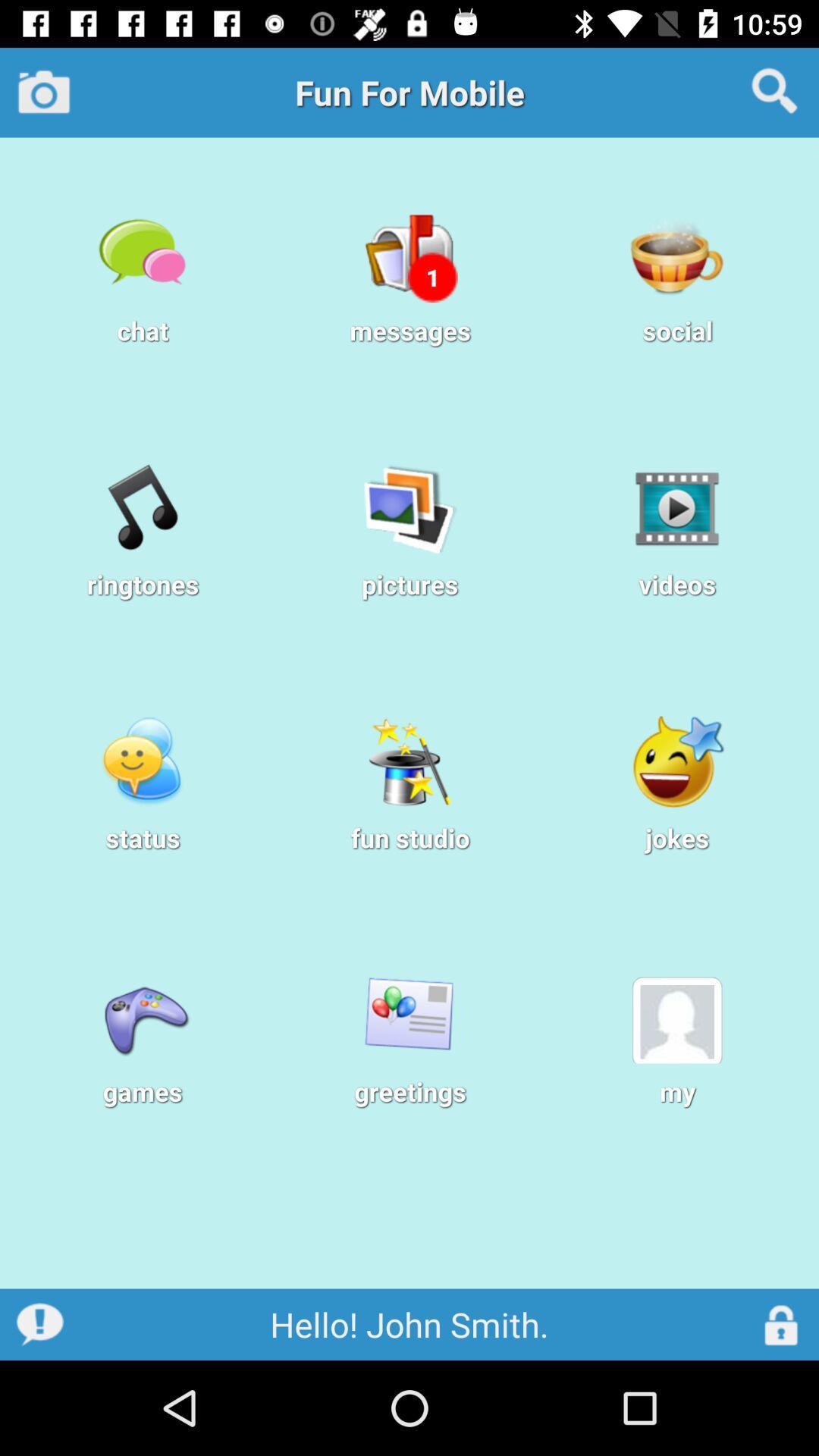 This screenshot has width=819, height=1456. Describe the element at coordinates (43, 91) in the screenshot. I see `icon next to fun for mobile` at that location.